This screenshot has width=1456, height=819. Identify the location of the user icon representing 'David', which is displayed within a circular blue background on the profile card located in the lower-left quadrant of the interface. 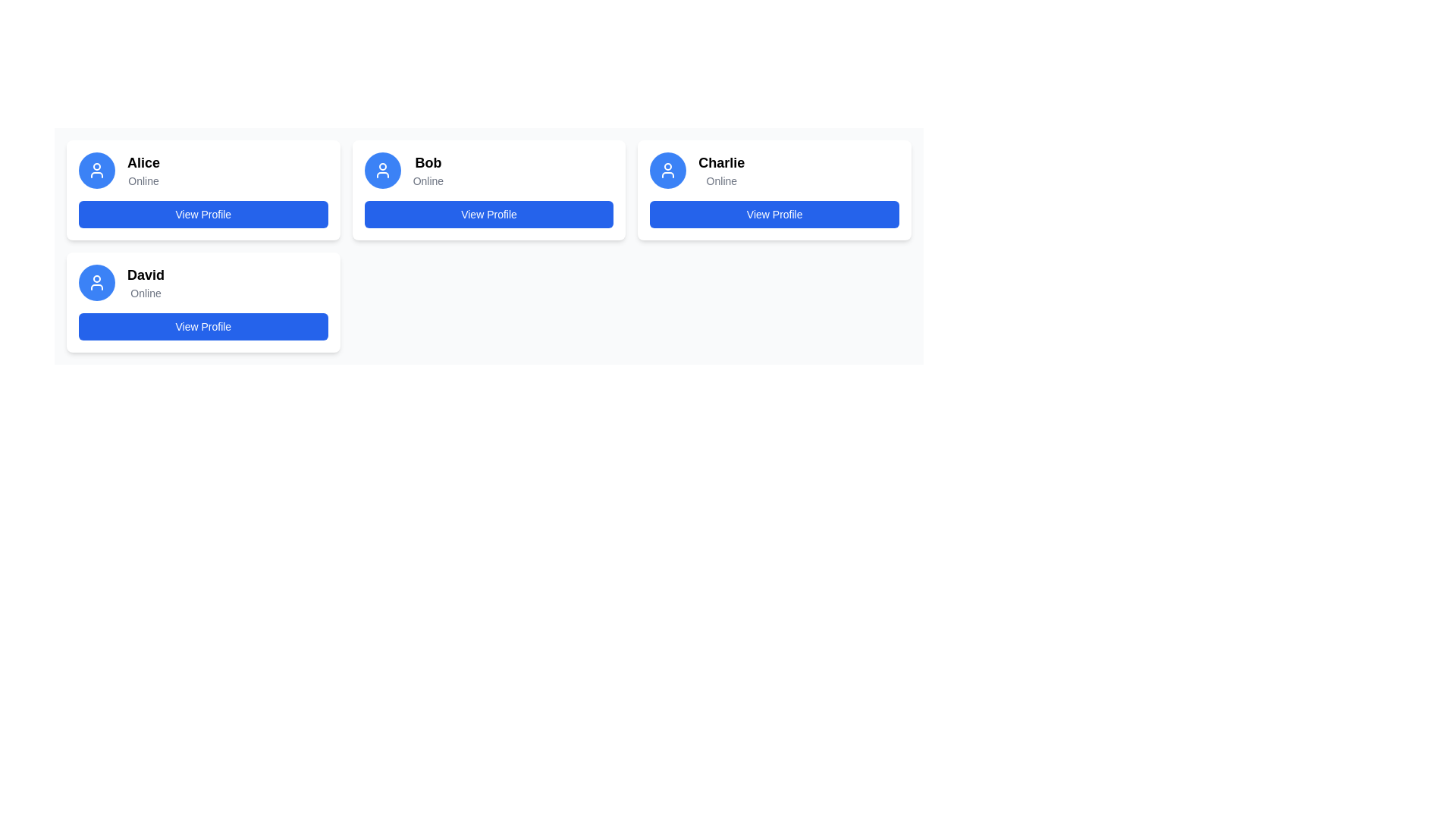
(96, 283).